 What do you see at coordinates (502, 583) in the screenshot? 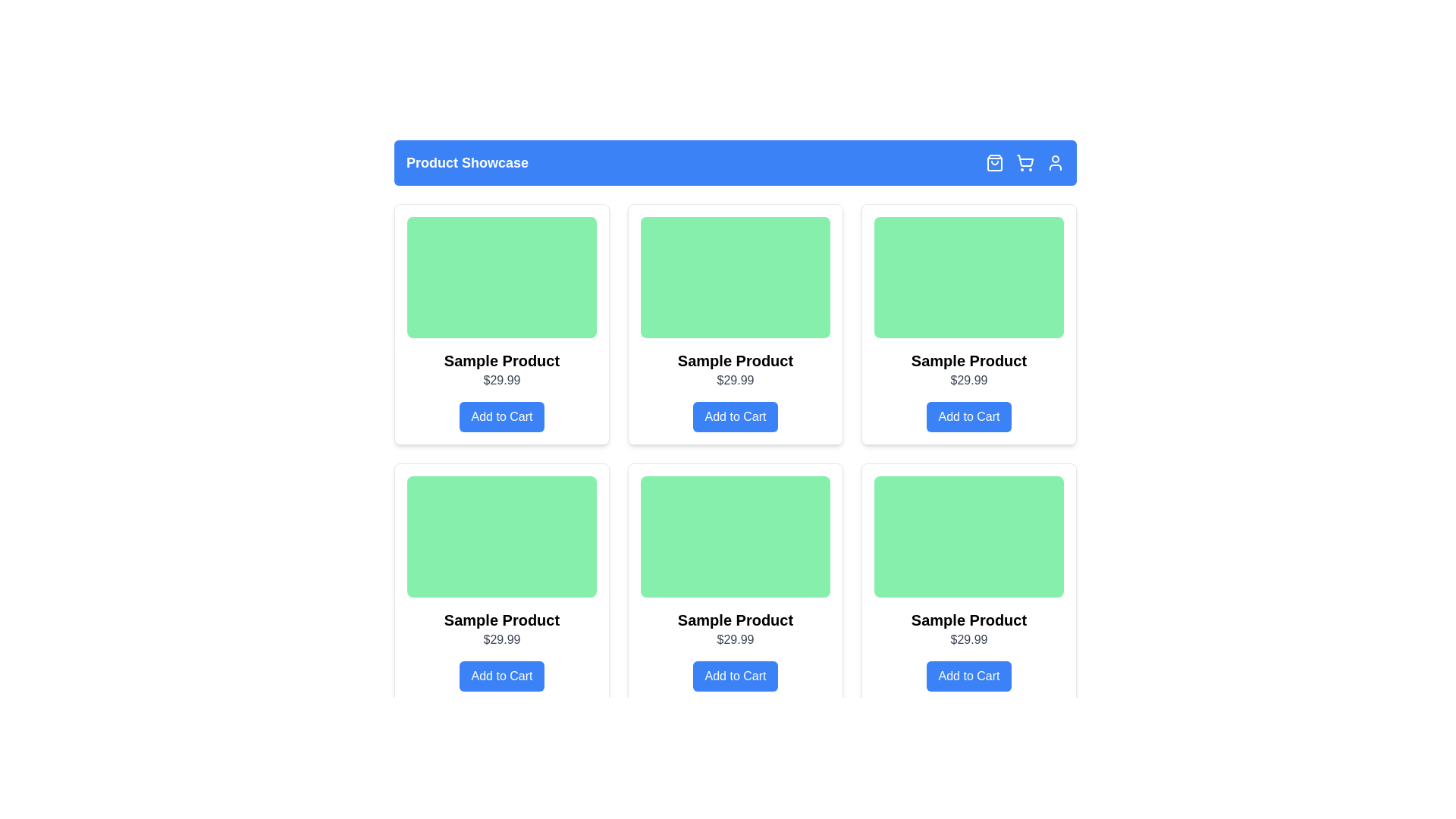
I see `the product display card located in the first column of the second row of the grid layout` at bounding box center [502, 583].